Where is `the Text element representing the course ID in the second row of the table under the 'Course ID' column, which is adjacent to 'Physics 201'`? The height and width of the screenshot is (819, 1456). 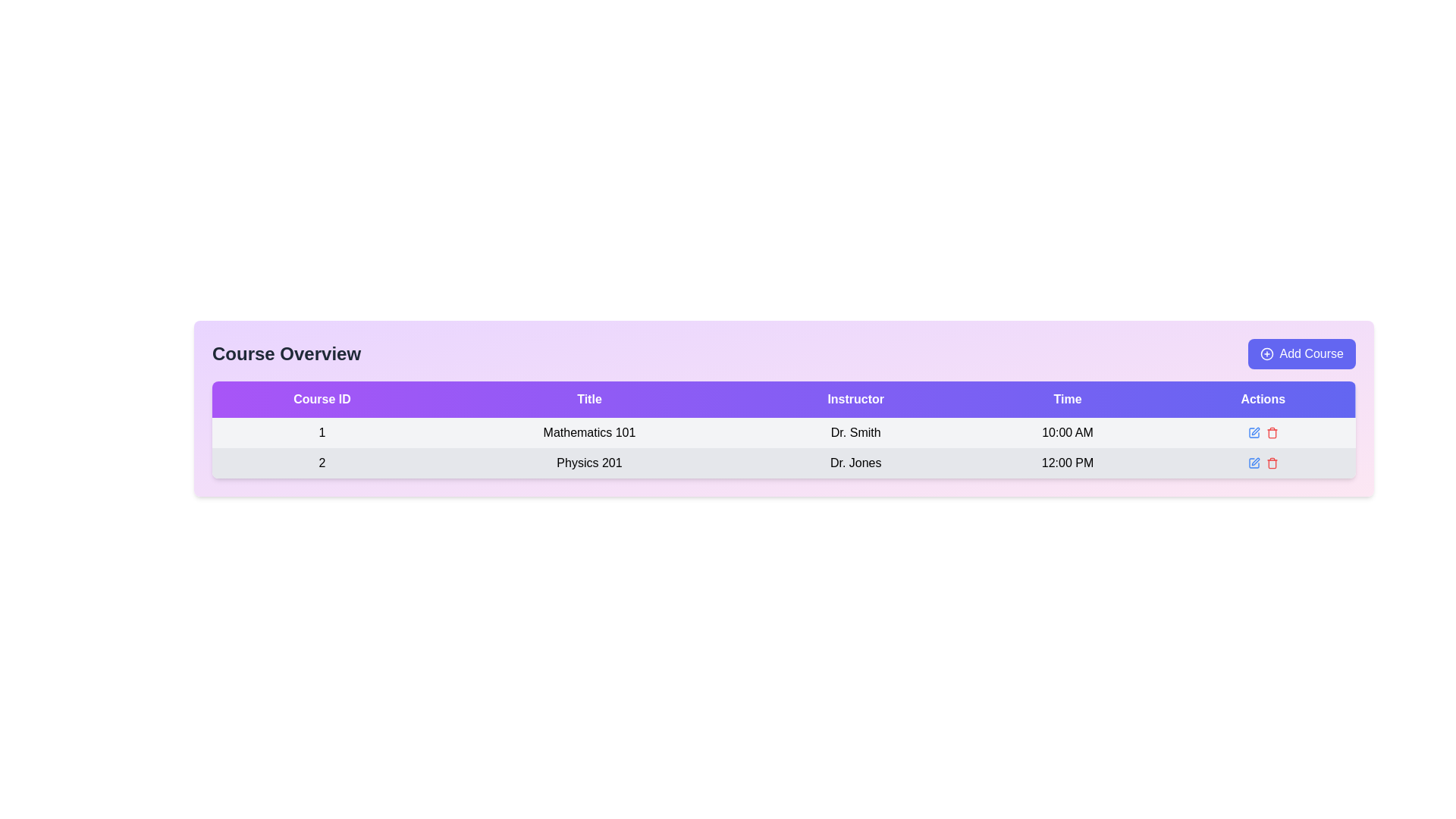
the Text element representing the course ID in the second row of the table under the 'Course ID' column, which is adjacent to 'Physics 201' is located at coordinates (322, 462).